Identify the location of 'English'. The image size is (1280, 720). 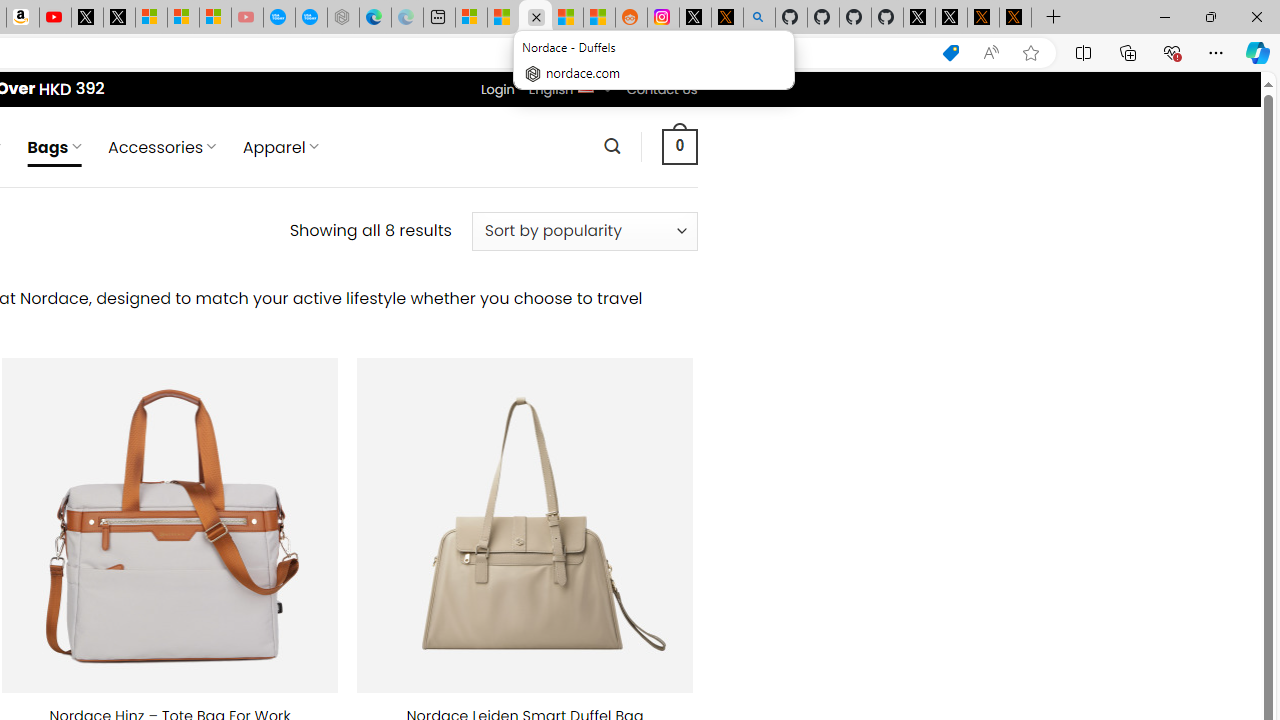
(585, 85).